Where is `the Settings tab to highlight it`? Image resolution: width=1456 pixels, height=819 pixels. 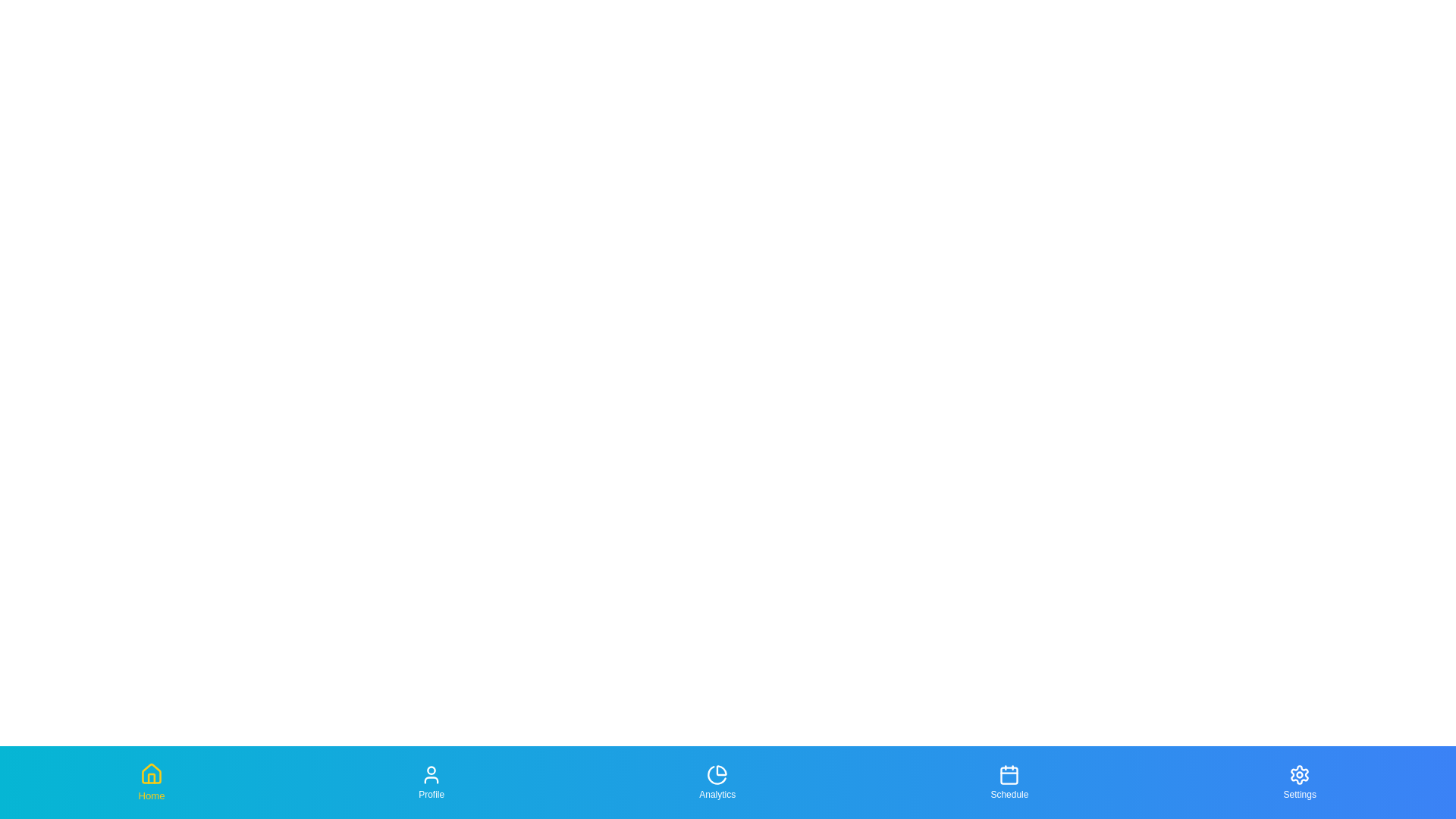
the Settings tab to highlight it is located at coordinates (1298, 783).